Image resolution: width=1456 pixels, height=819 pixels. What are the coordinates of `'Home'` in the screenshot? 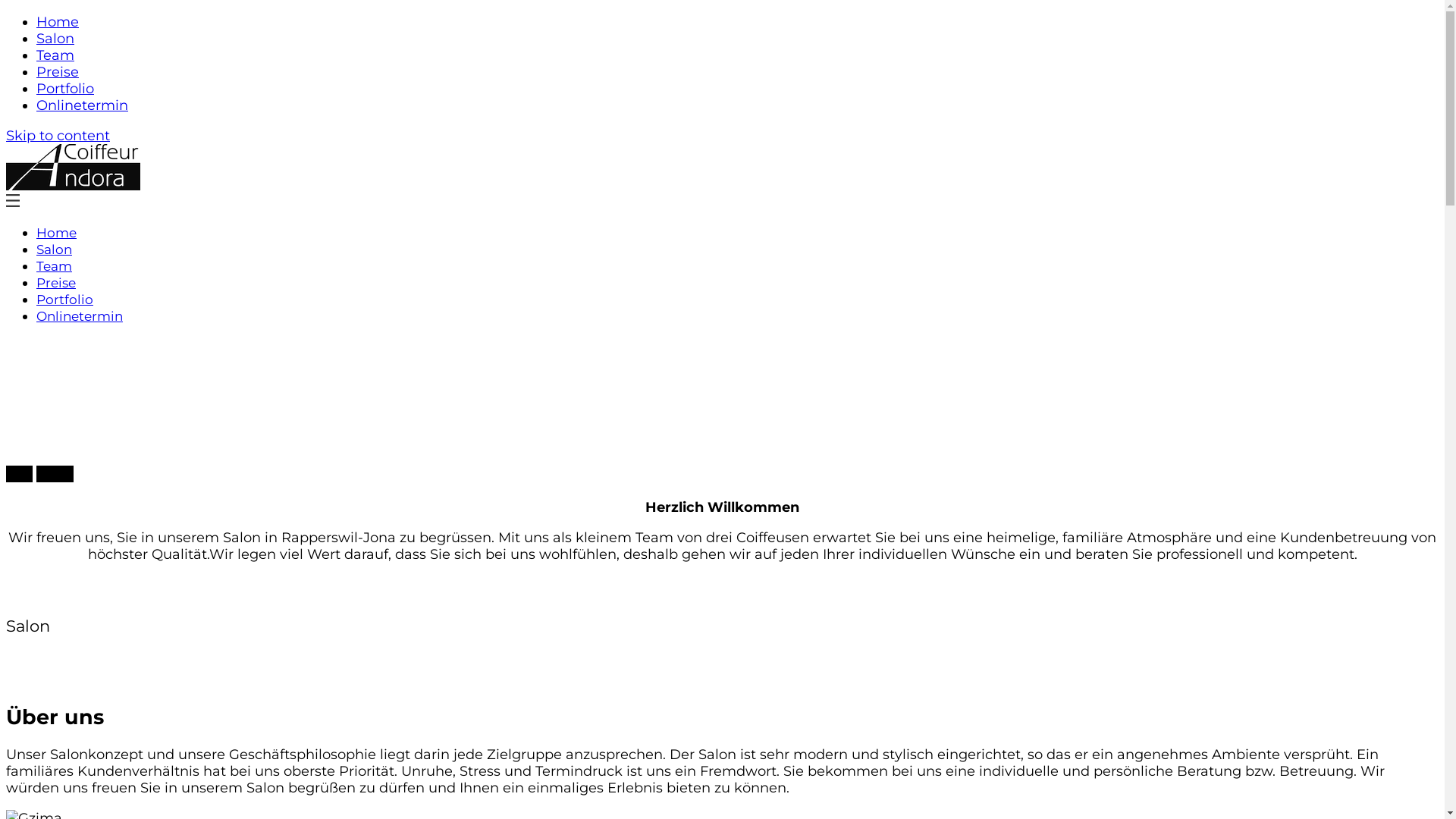 It's located at (56, 233).